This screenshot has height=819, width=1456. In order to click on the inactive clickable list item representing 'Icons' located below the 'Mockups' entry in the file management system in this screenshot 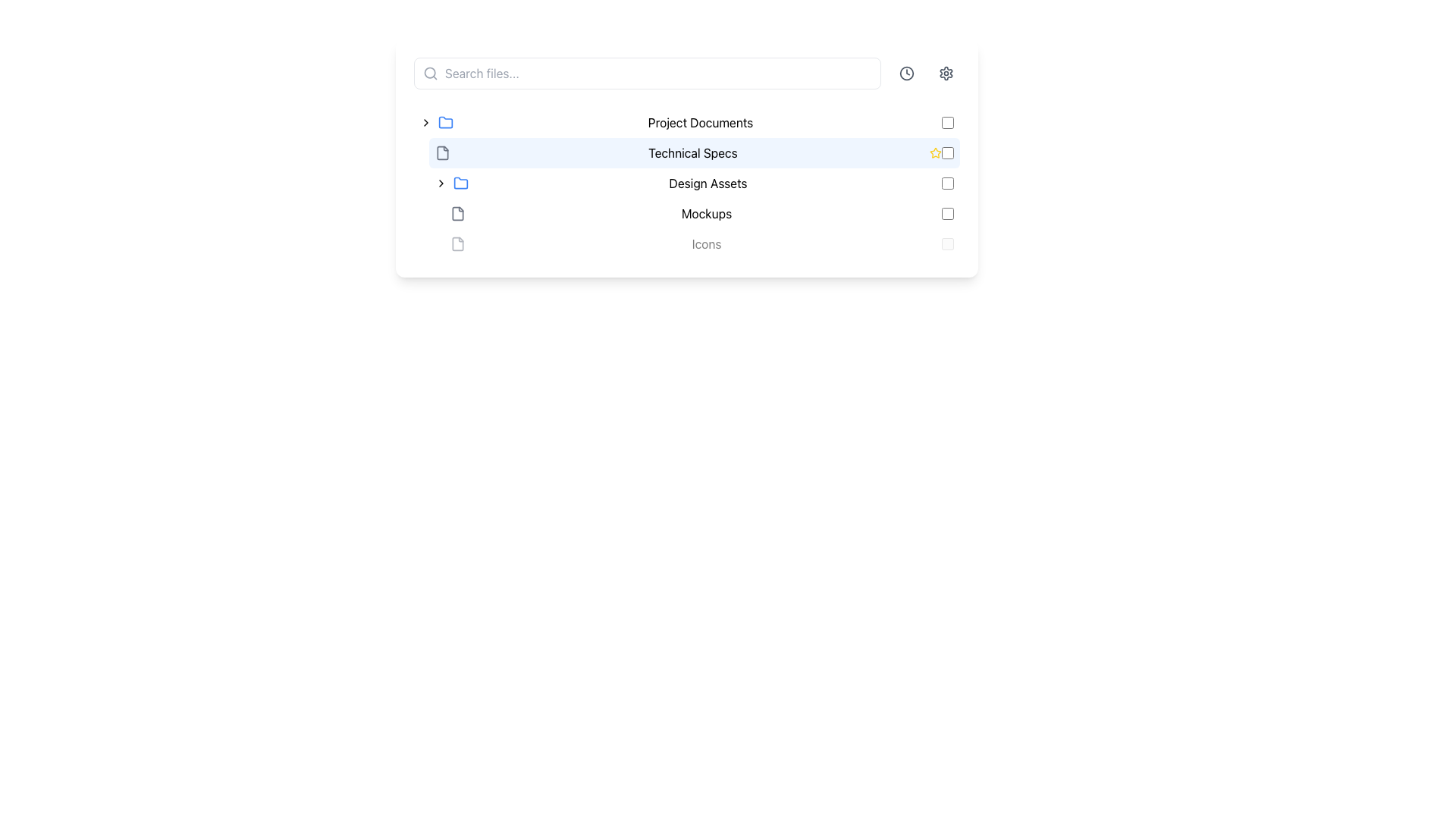, I will do `click(701, 243)`.